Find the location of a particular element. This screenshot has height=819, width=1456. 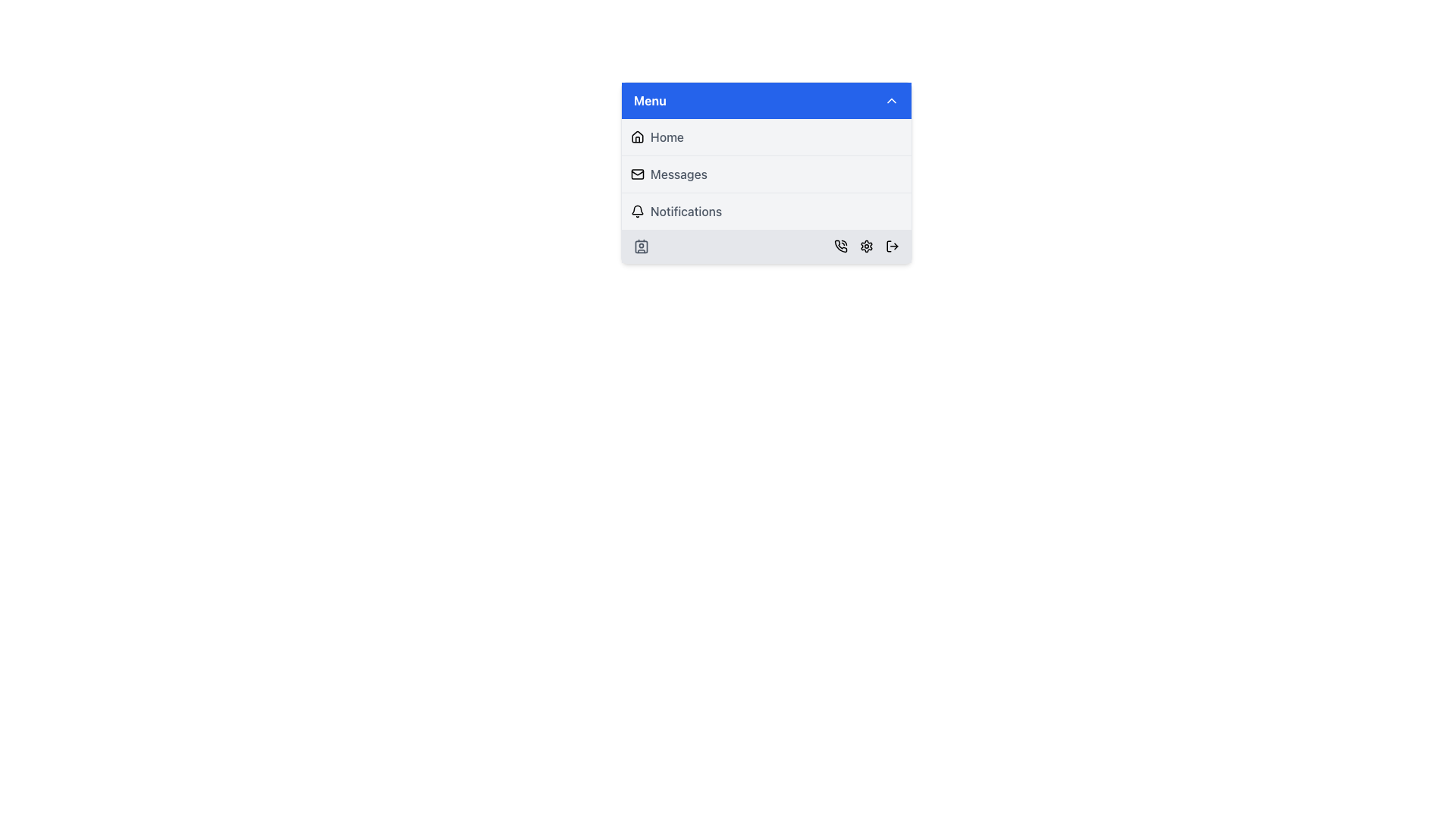

the upward-pointing chevron icon button located in the top-right corner of the blue-colored navigation bar labeled 'Menu.' is located at coordinates (892, 100).